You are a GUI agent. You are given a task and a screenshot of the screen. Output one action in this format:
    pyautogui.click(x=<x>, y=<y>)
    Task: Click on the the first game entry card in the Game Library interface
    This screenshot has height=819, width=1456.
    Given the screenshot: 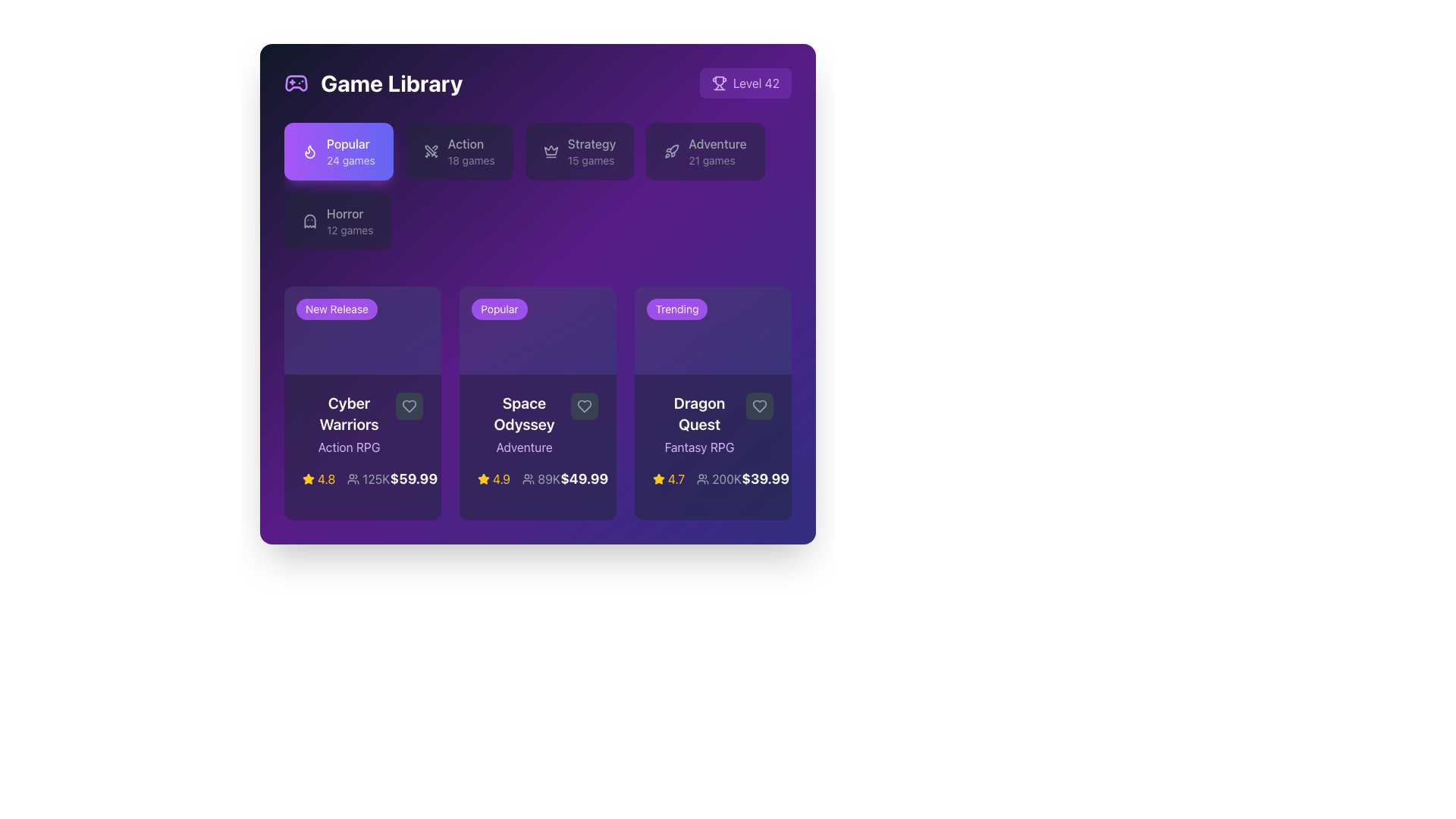 What is the action you would take?
    pyautogui.click(x=362, y=403)
    